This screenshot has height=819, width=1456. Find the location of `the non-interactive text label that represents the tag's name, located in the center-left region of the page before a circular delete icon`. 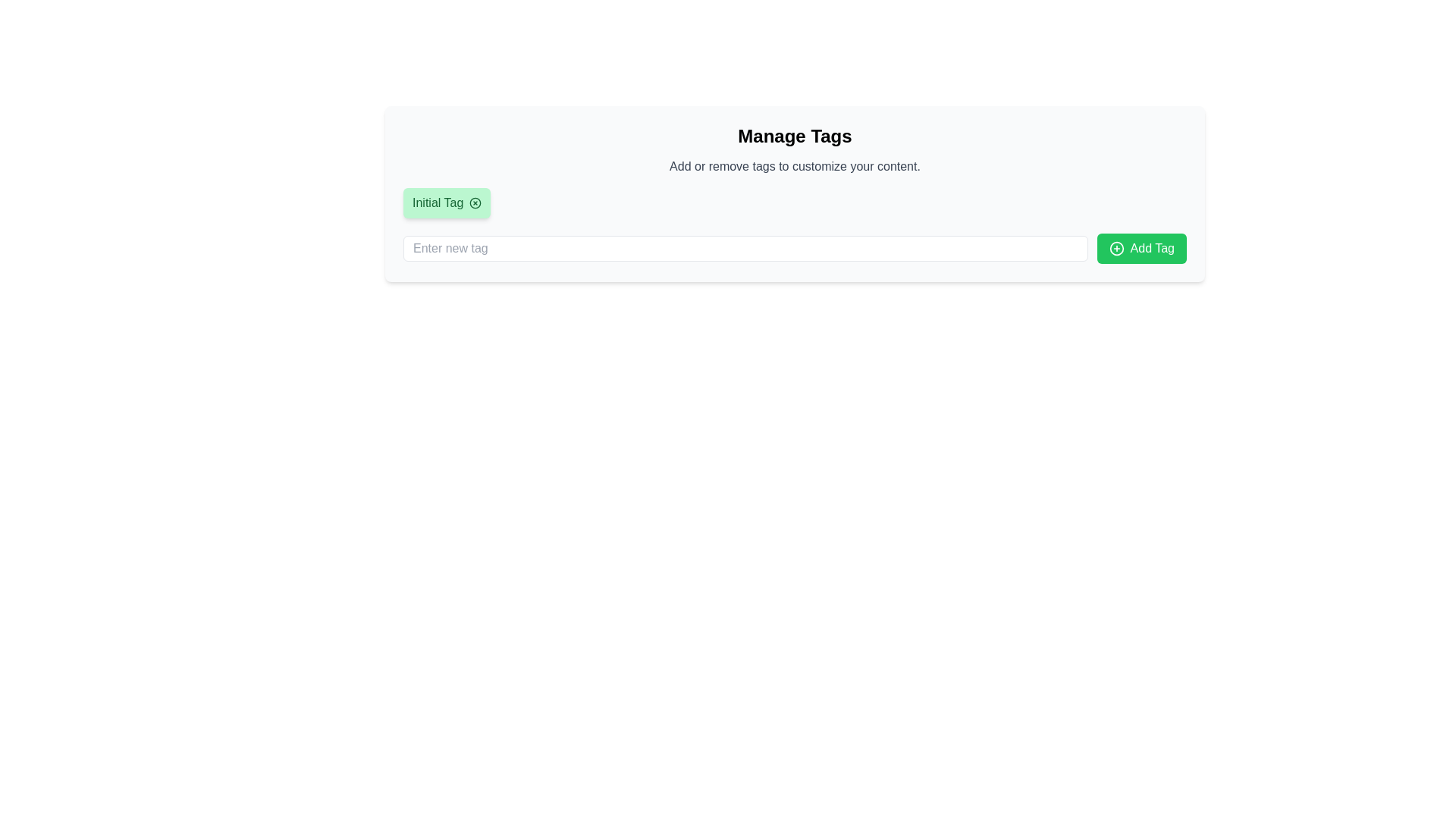

the non-interactive text label that represents the tag's name, located in the center-left region of the page before a circular delete icon is located at coordinates (437, 202).